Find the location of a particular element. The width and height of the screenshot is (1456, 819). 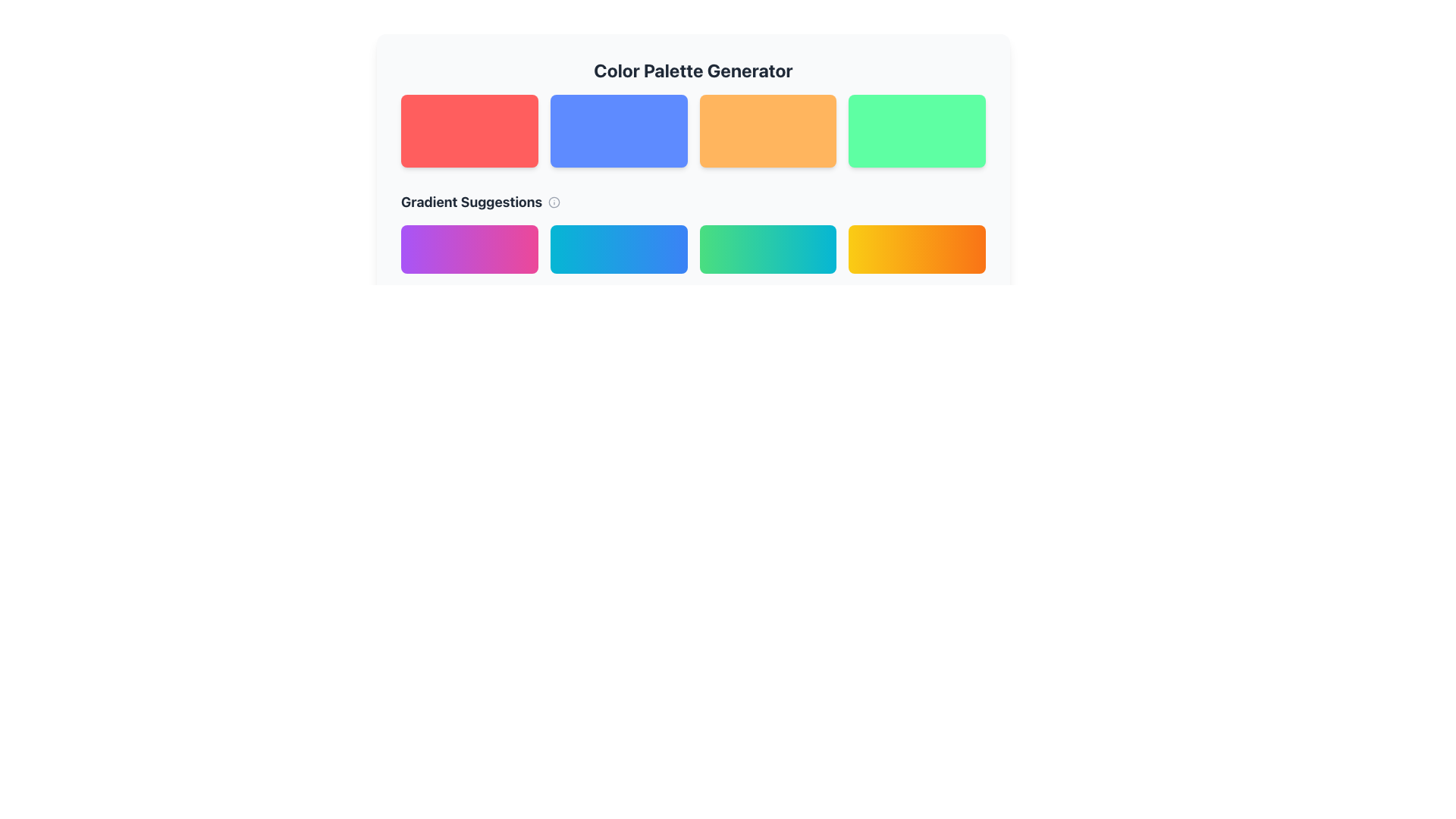

the bold, large heading 'Color Palette Generator' located at the top of the interface to trigger any hover-based effects is located at coordinates (692, 70).